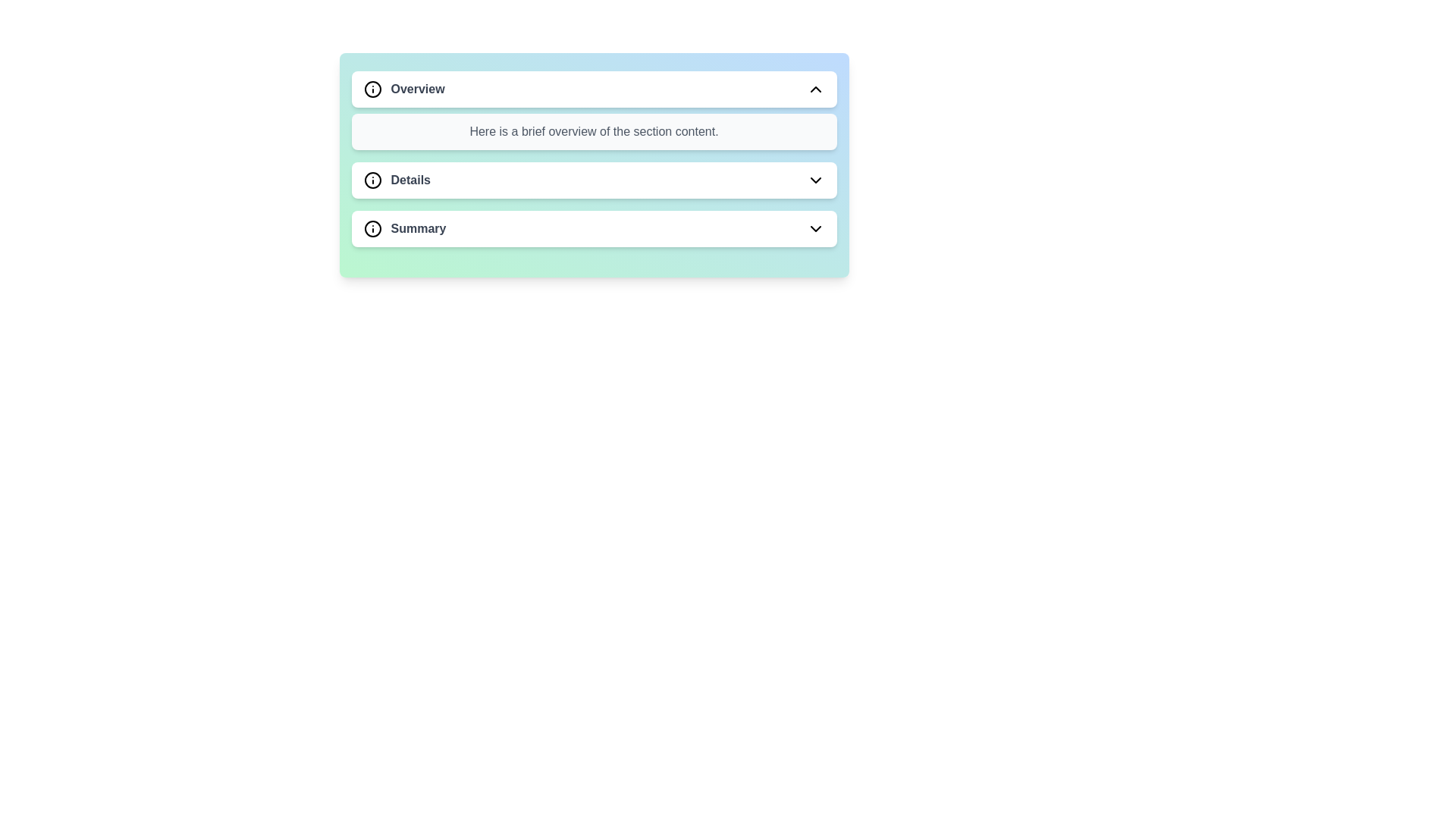 Image resolution: width=1456 pixels, height=819 pixels. I want to click on the SVG Circle element located in the 'Details' section of the vertical list, which has a stroke outline and matches the surrounding graphics, so click(372, 180).